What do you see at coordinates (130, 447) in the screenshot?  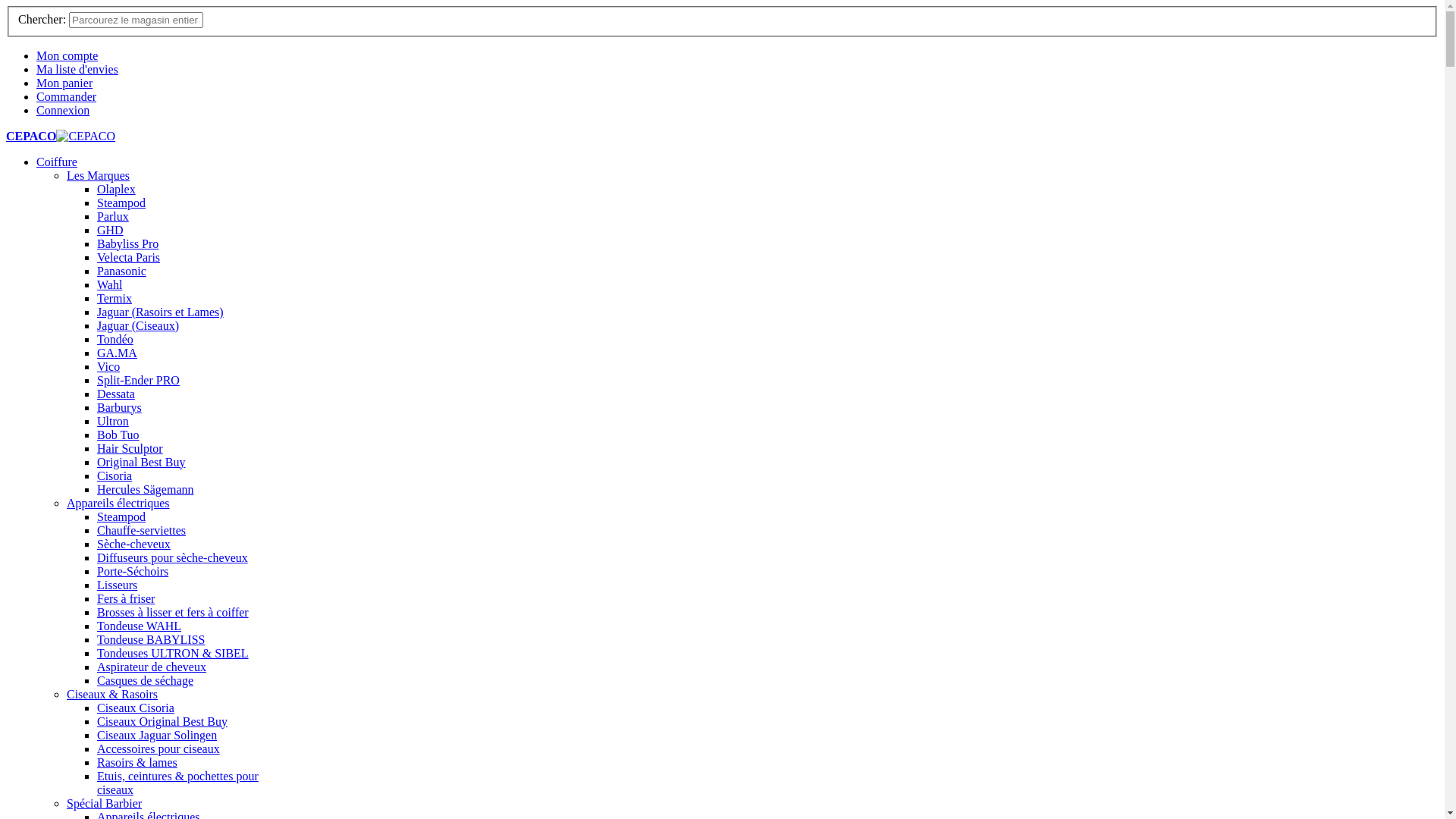 I see `'Hair Sculptor'` at bounding box center [130, 447].